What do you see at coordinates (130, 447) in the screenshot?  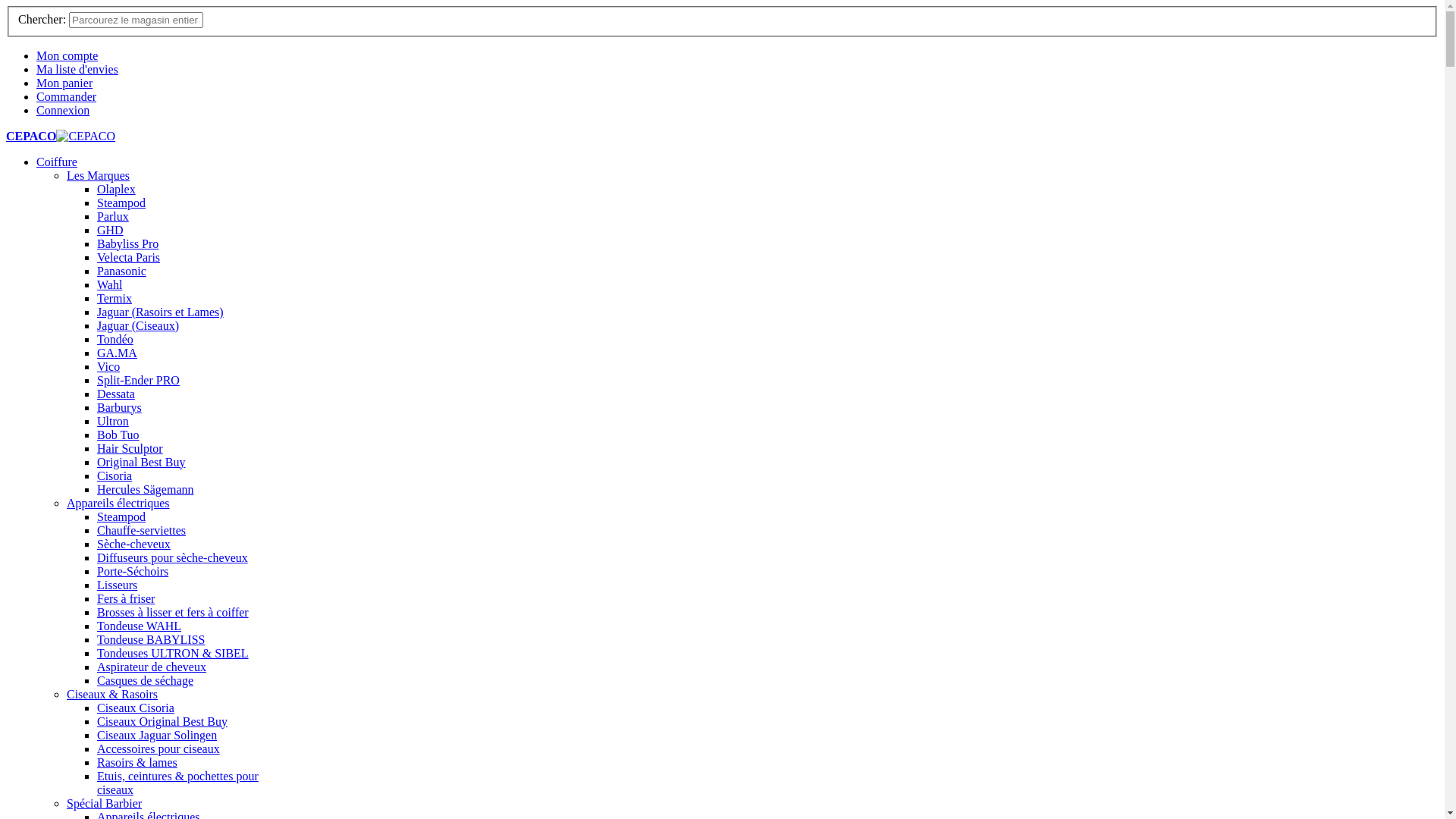 I see `'Hair Sculptor'` at bounding box center [130, 447].